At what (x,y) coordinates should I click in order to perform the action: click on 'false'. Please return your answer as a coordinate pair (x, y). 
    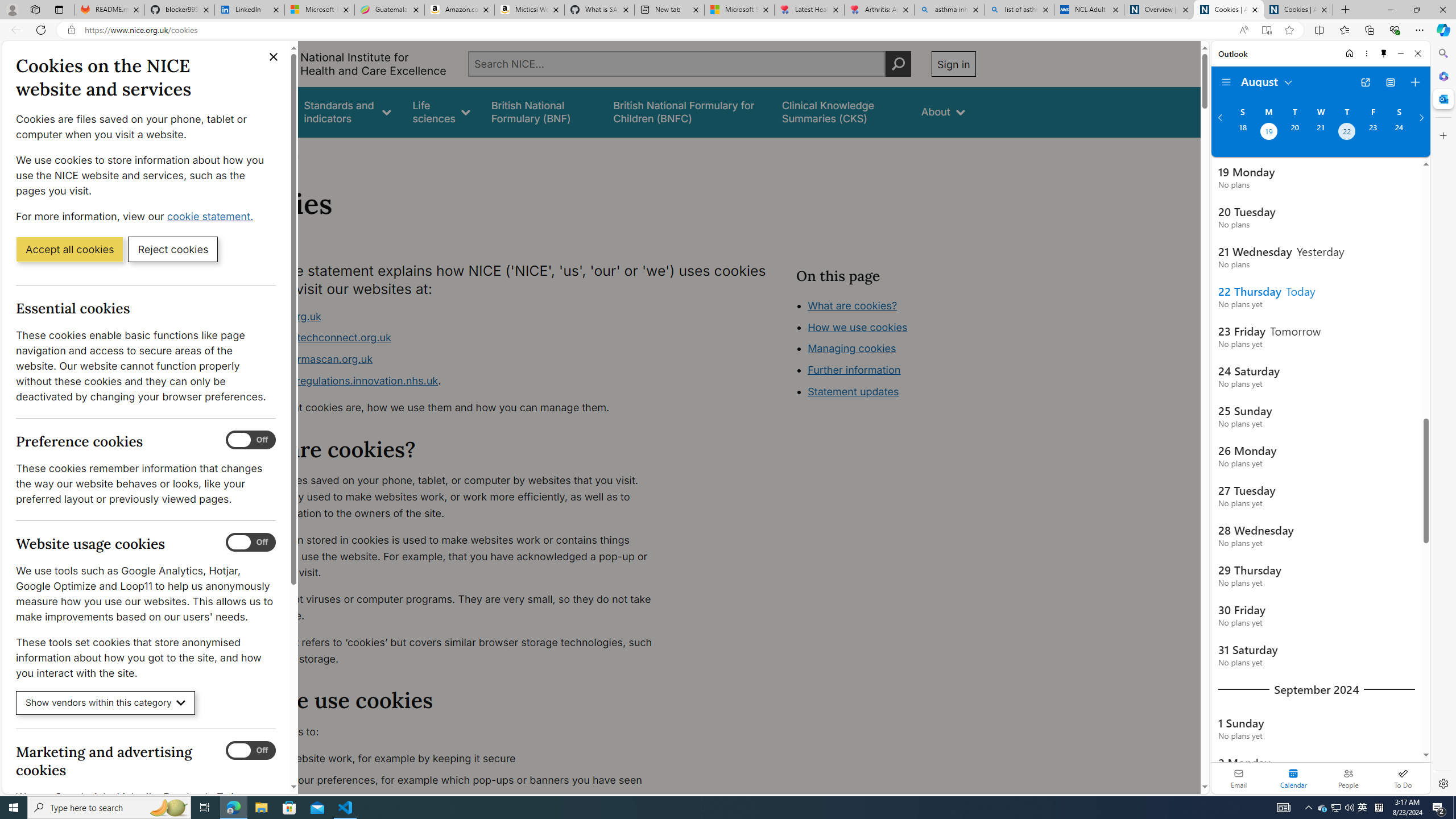
    Looking at the image, I should click on (841, 111).